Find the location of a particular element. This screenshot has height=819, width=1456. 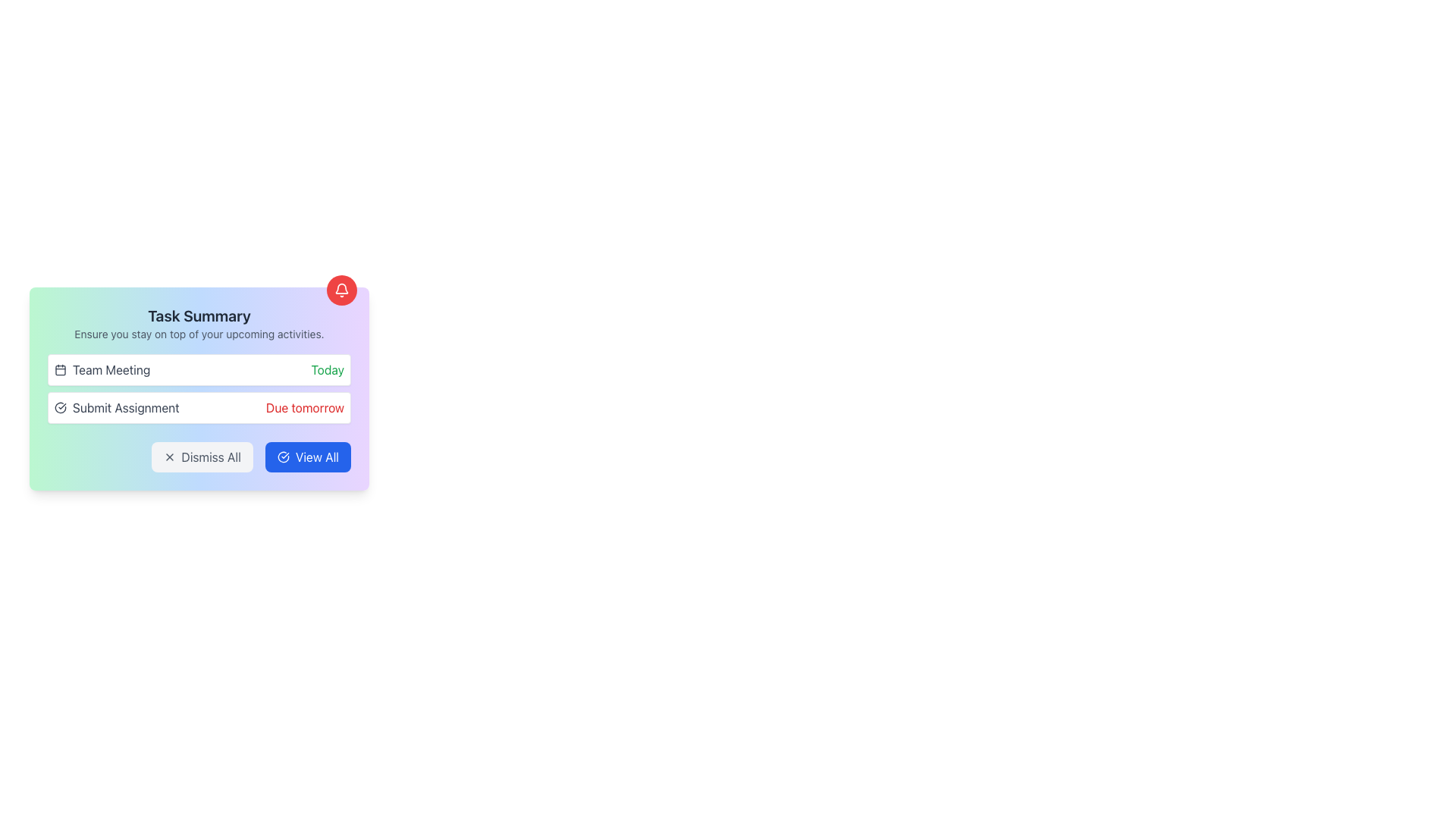

the 'Submit Assignment' static text element with a checkmark icon, which is the second item in the 'Task Summary' card, located below 'Team Meeting' is located at coordinates (116, 406).